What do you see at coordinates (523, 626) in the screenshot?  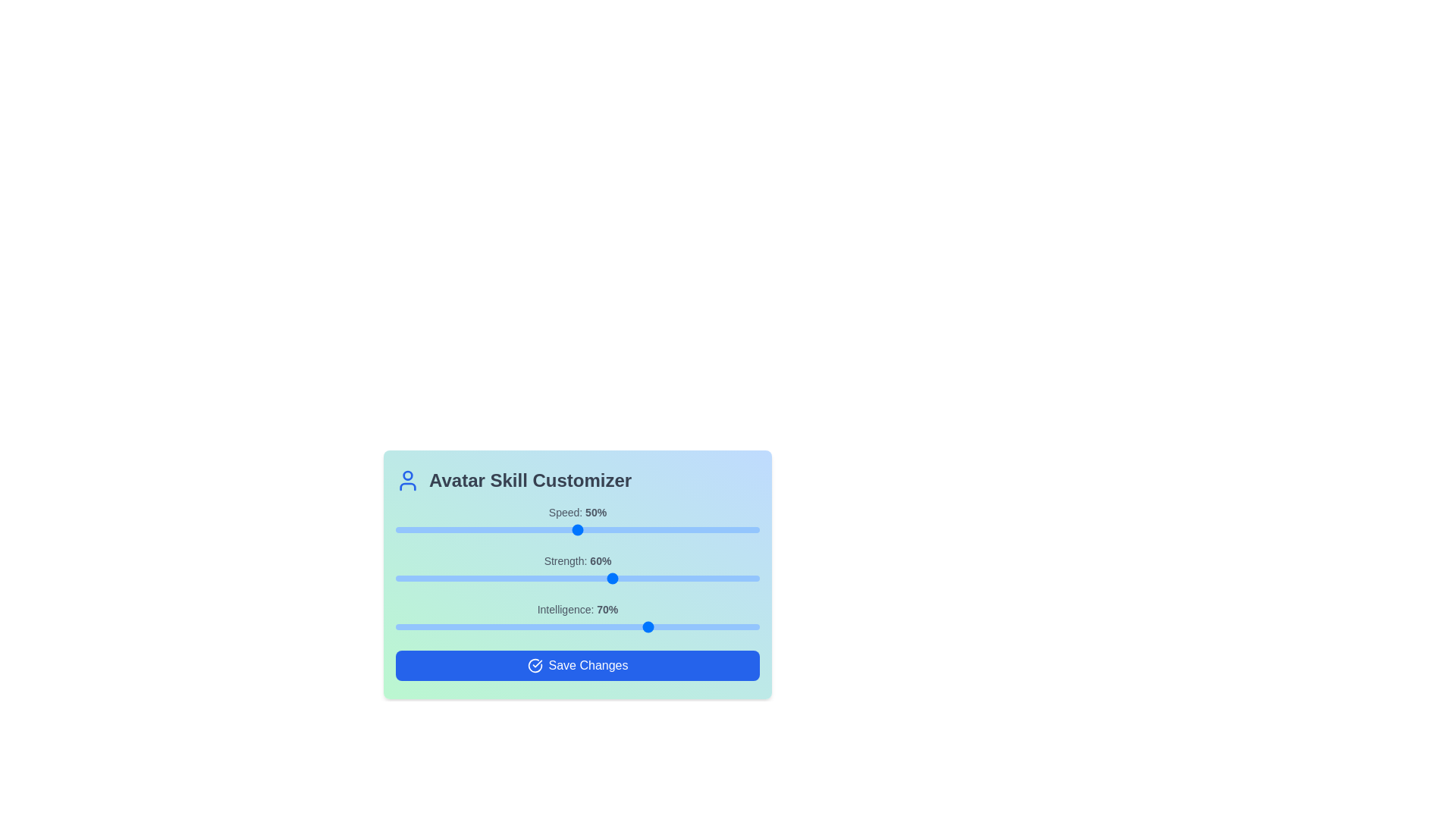 I see `intelligence level` at bounding box center [523, 626].